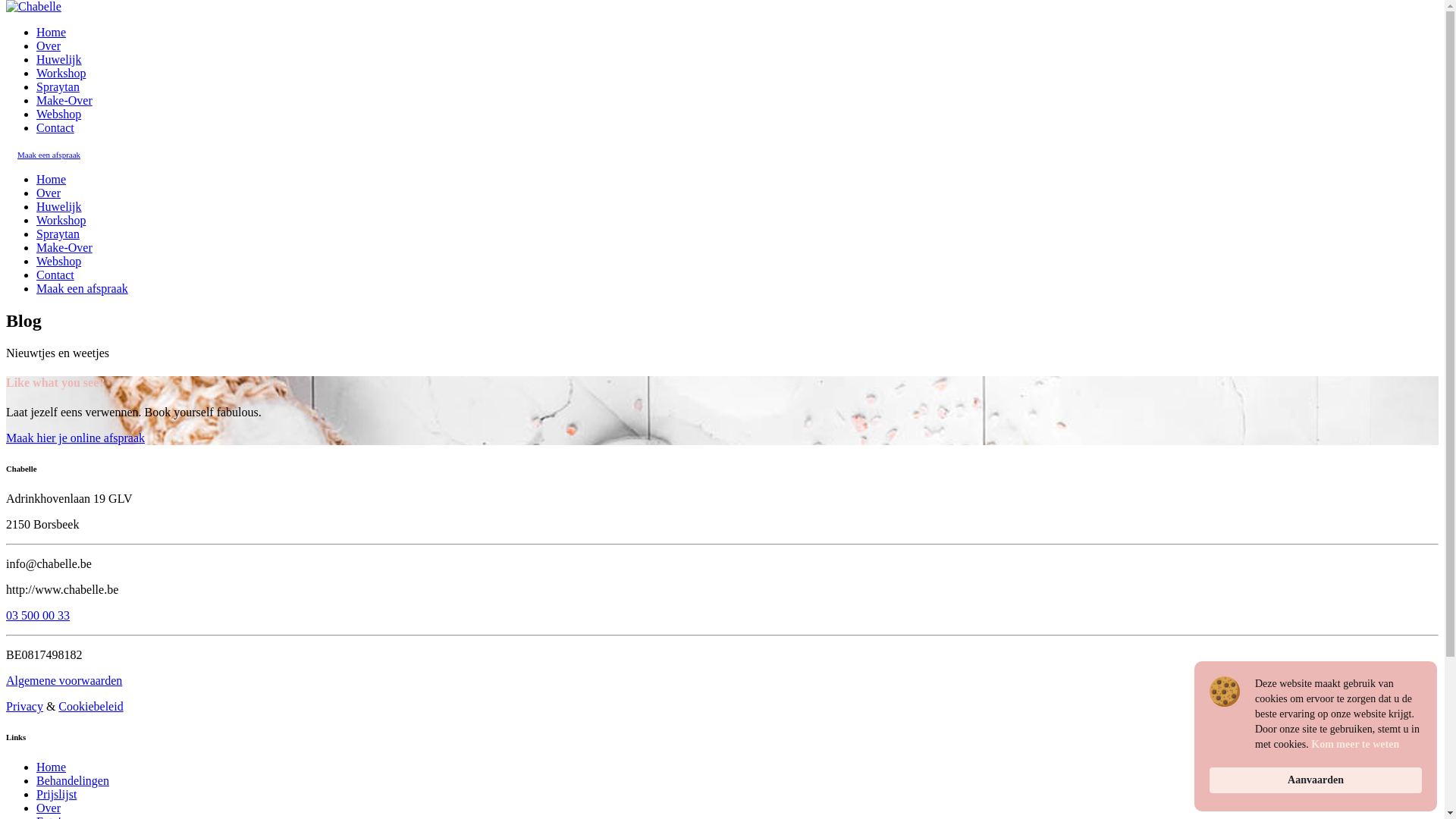 The image size is (1456, 819). What do you see at coordinates (74, 438) in the screenshot?
I see `'Maak hier je online afspraak'` at bounding box center [74, 438].